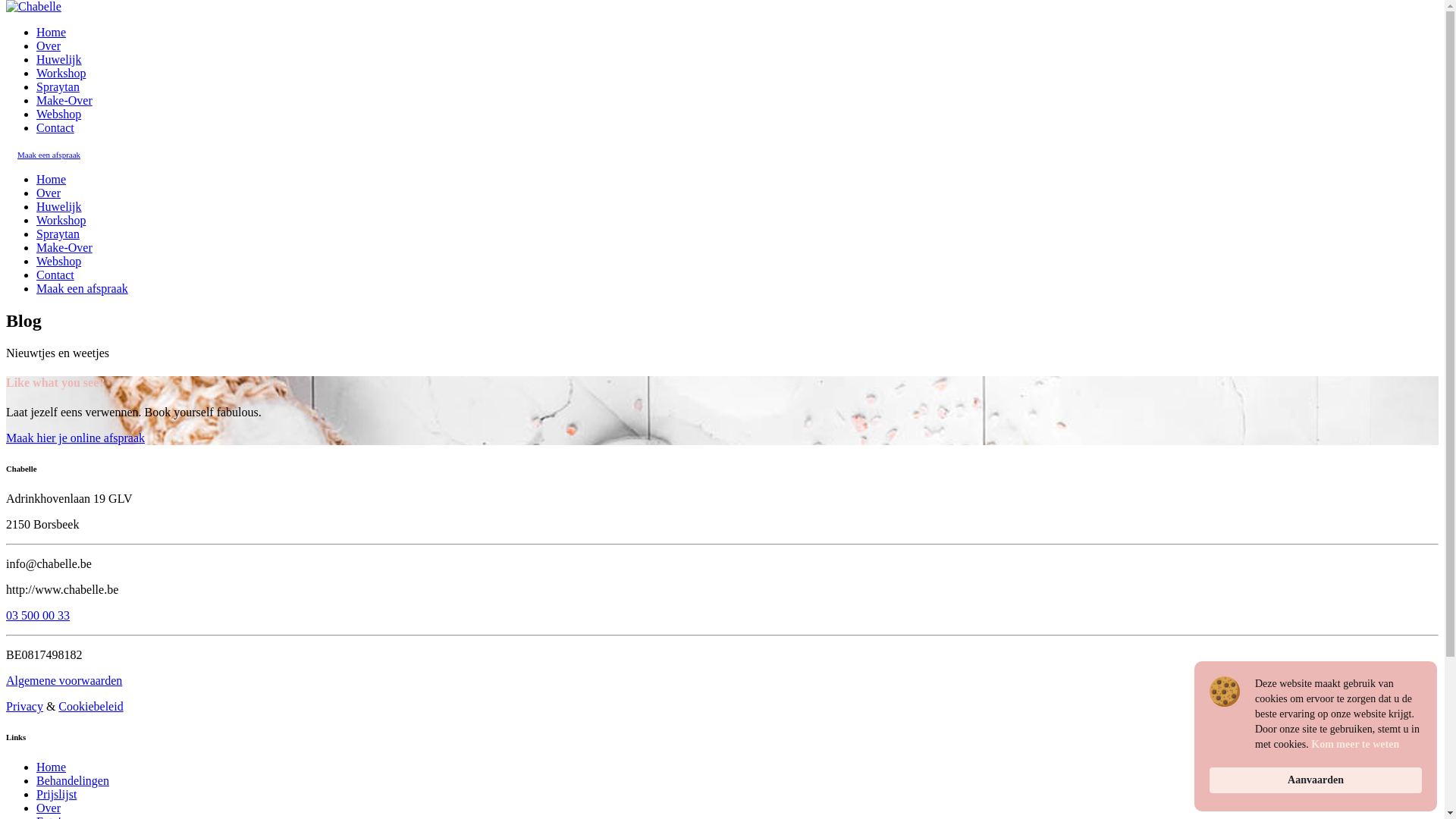 The image size is (1456, 819). What do you see at coordinates (74, 438) in the screenshot?
I see `'Maak hier je online afspraak'` at bounding box center [74, 438].